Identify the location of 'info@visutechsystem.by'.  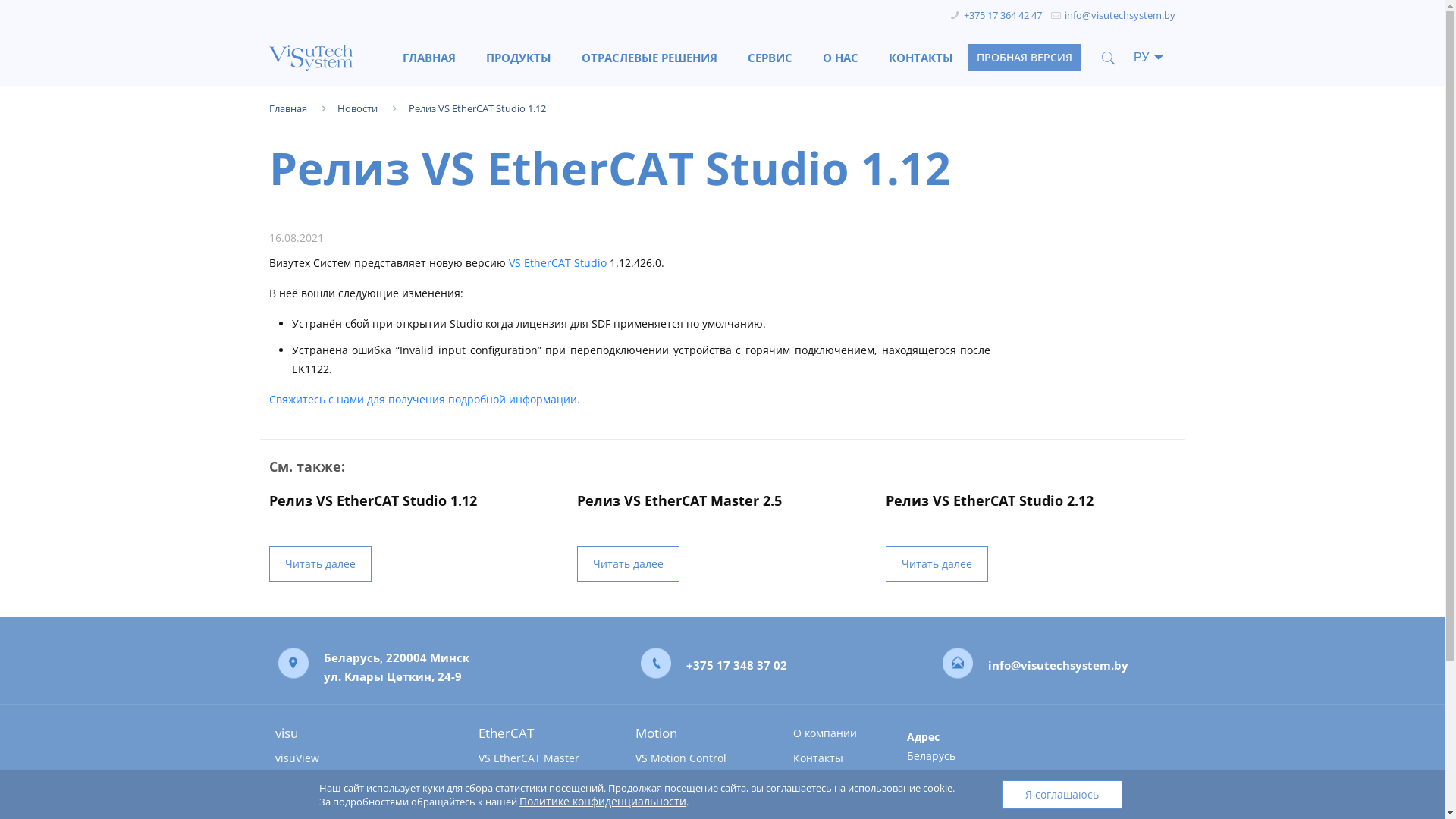
(1057, 663).